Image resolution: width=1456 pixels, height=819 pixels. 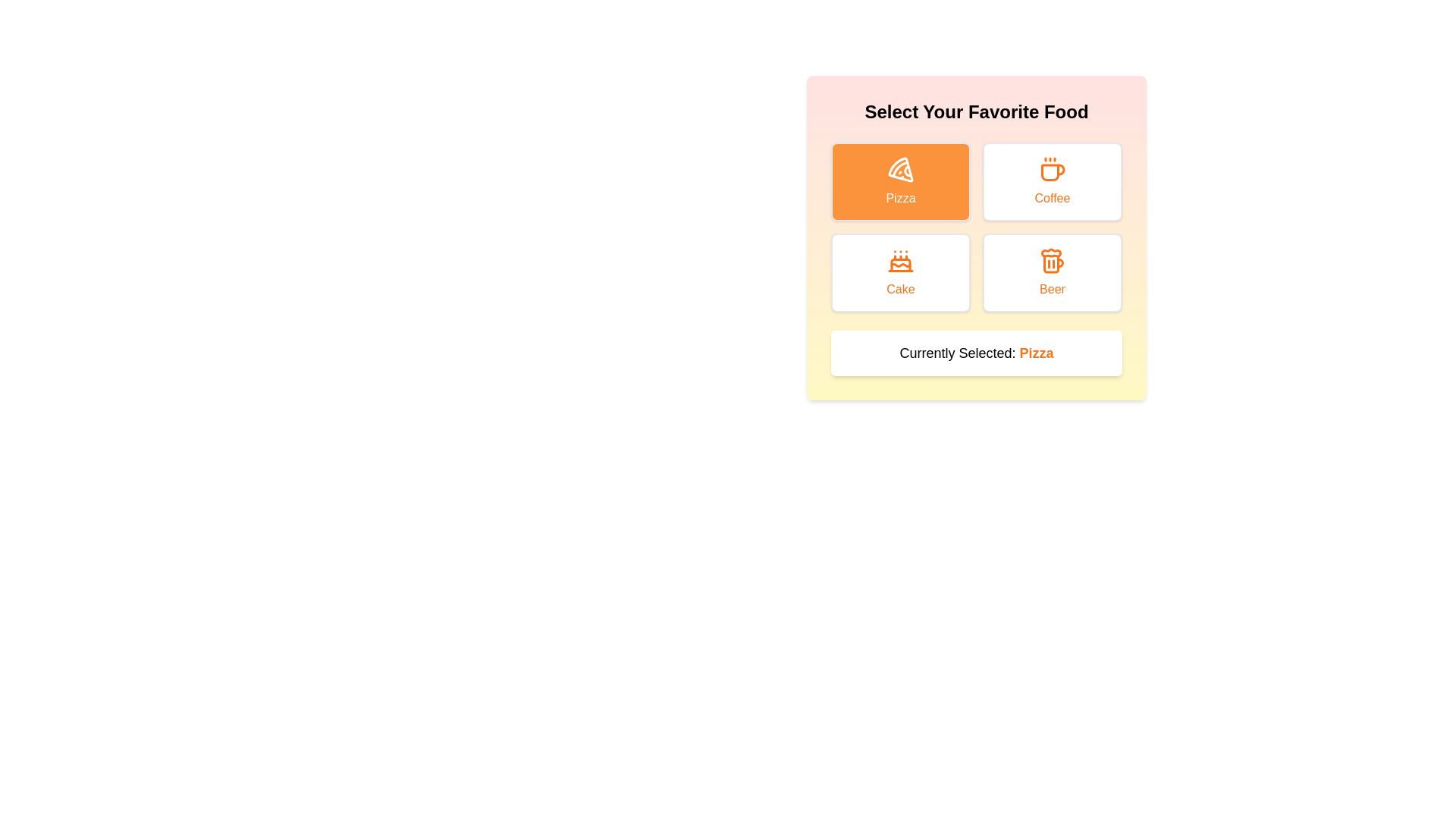 I want to click on the food item Beer by clicking its button, so click(x=1051, y=271).